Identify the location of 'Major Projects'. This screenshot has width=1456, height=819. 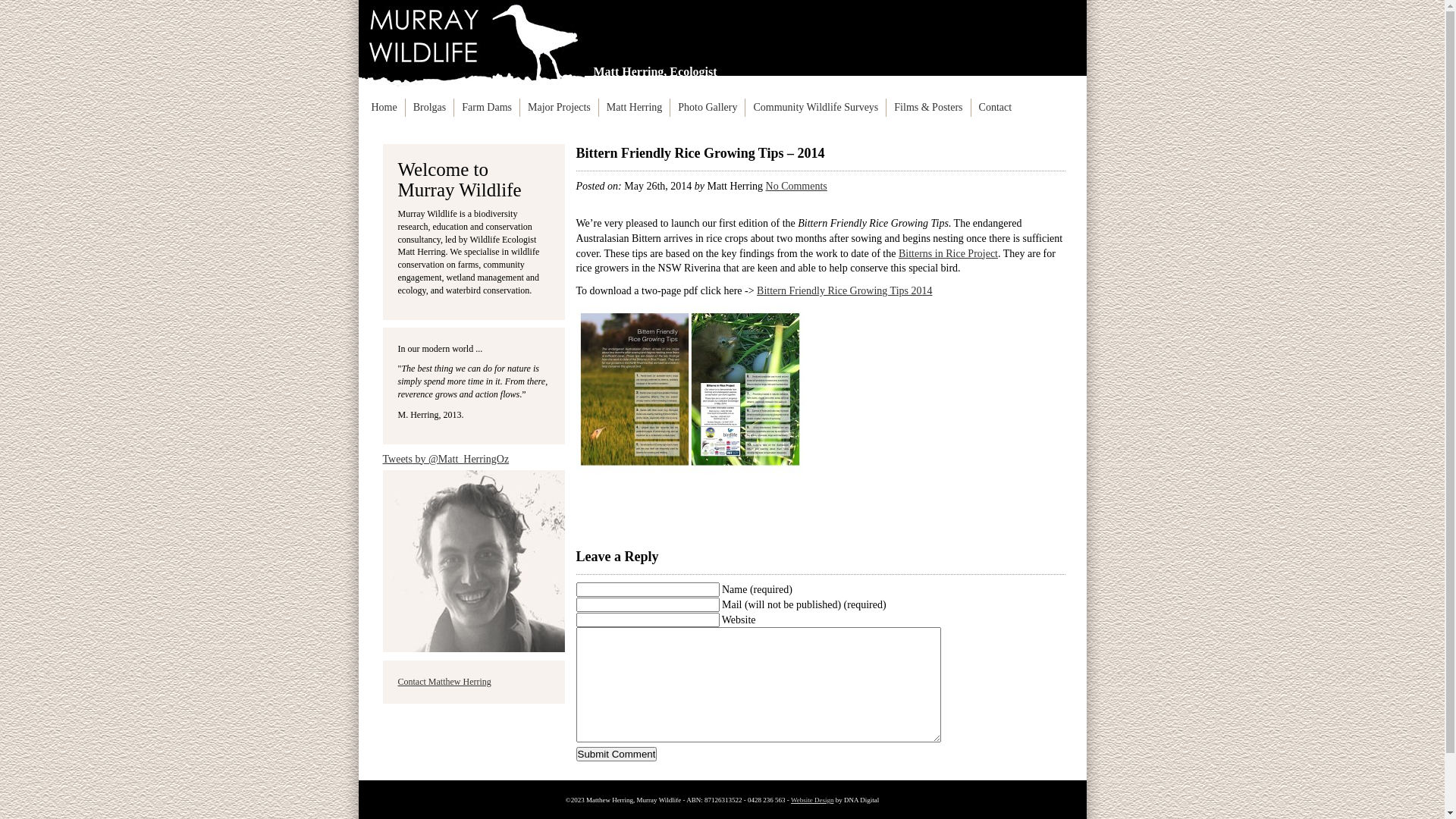
(558, 107).